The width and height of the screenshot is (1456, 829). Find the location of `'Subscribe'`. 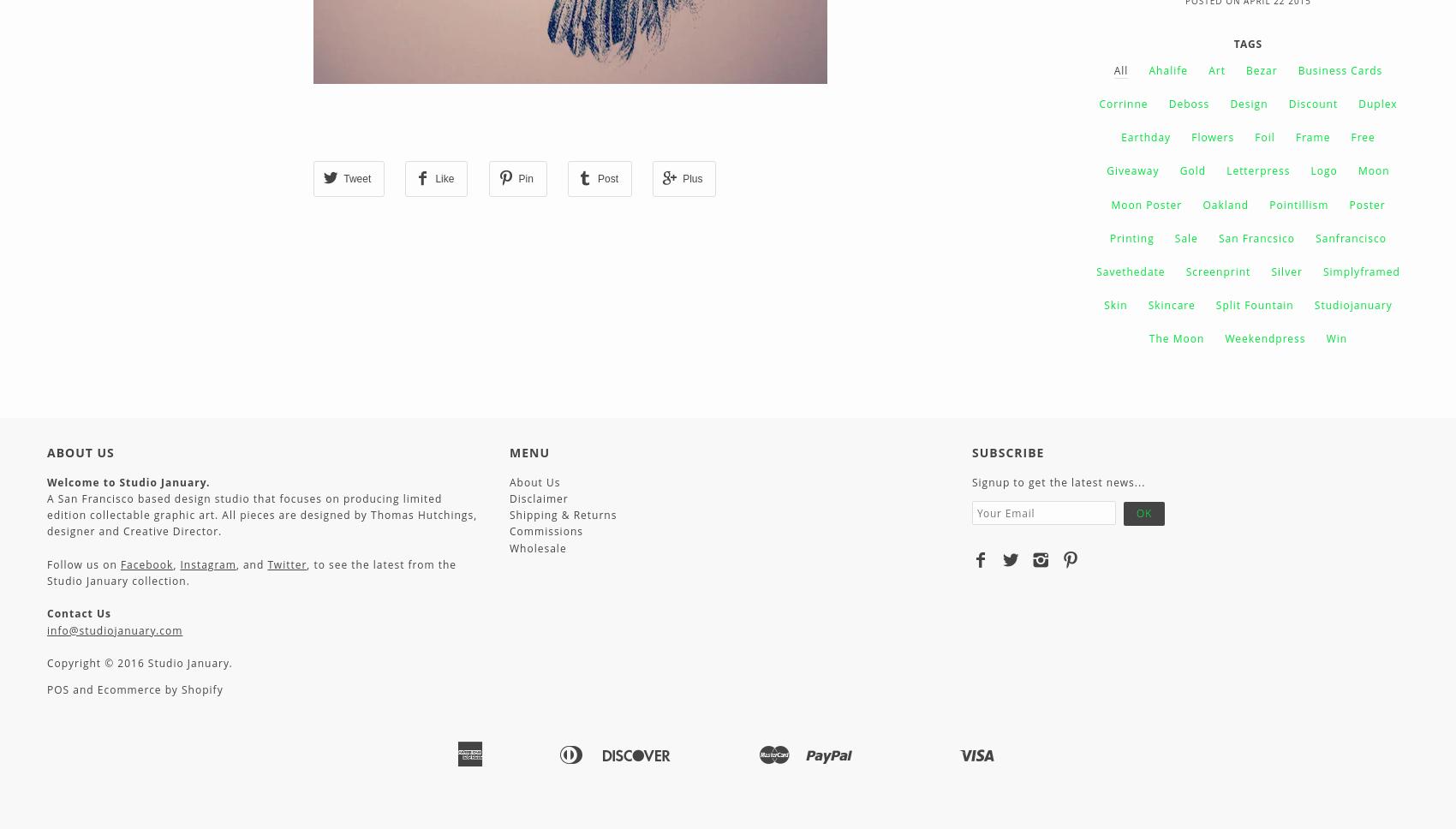

'Subscribe' is located at coordinates (1006, 450).